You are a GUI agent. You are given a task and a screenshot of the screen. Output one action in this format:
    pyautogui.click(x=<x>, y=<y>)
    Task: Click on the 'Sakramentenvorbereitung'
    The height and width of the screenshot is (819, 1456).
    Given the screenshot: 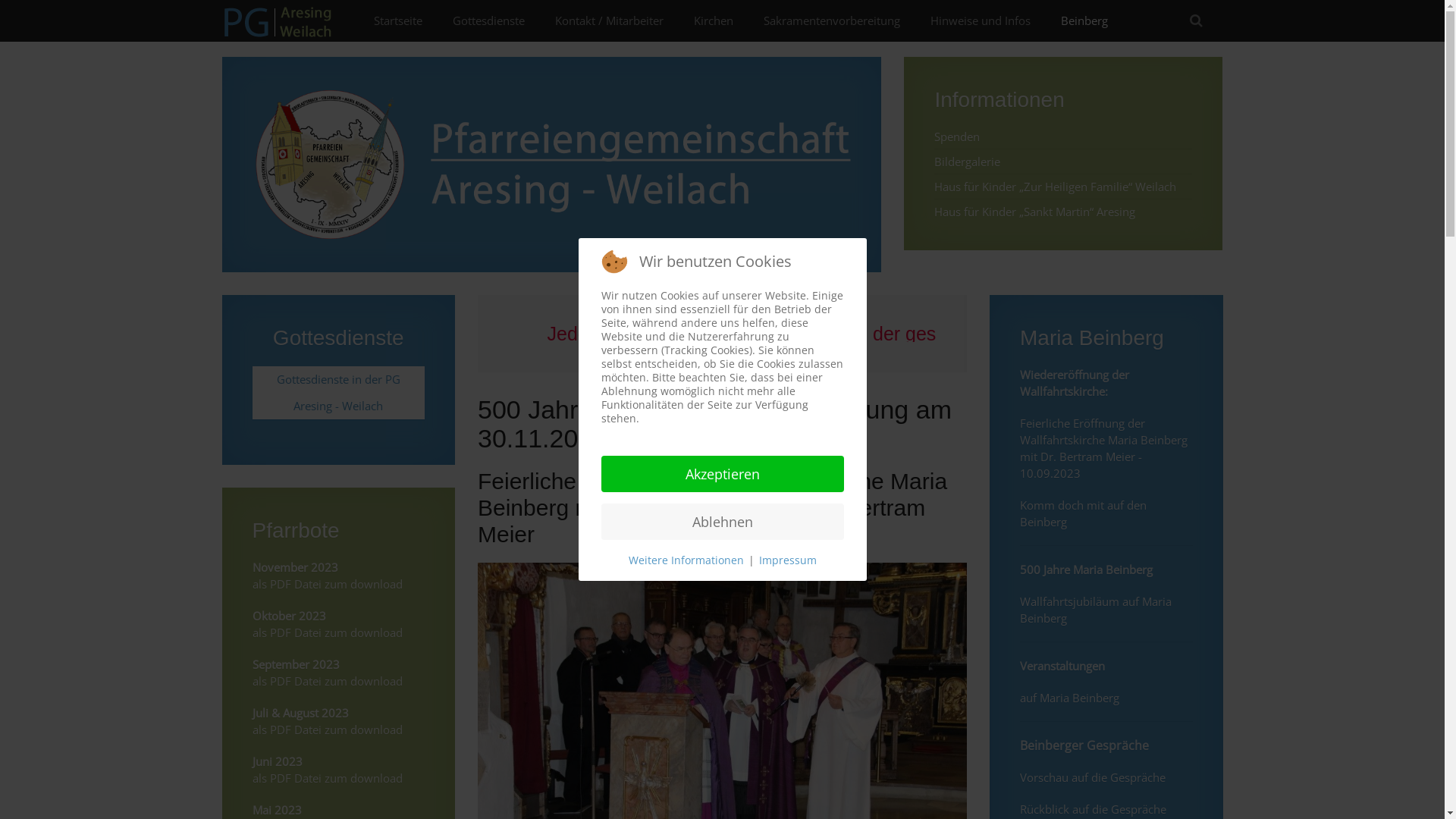 What is the action you would take?
    pyautogui.click(x=830, y=20)
    